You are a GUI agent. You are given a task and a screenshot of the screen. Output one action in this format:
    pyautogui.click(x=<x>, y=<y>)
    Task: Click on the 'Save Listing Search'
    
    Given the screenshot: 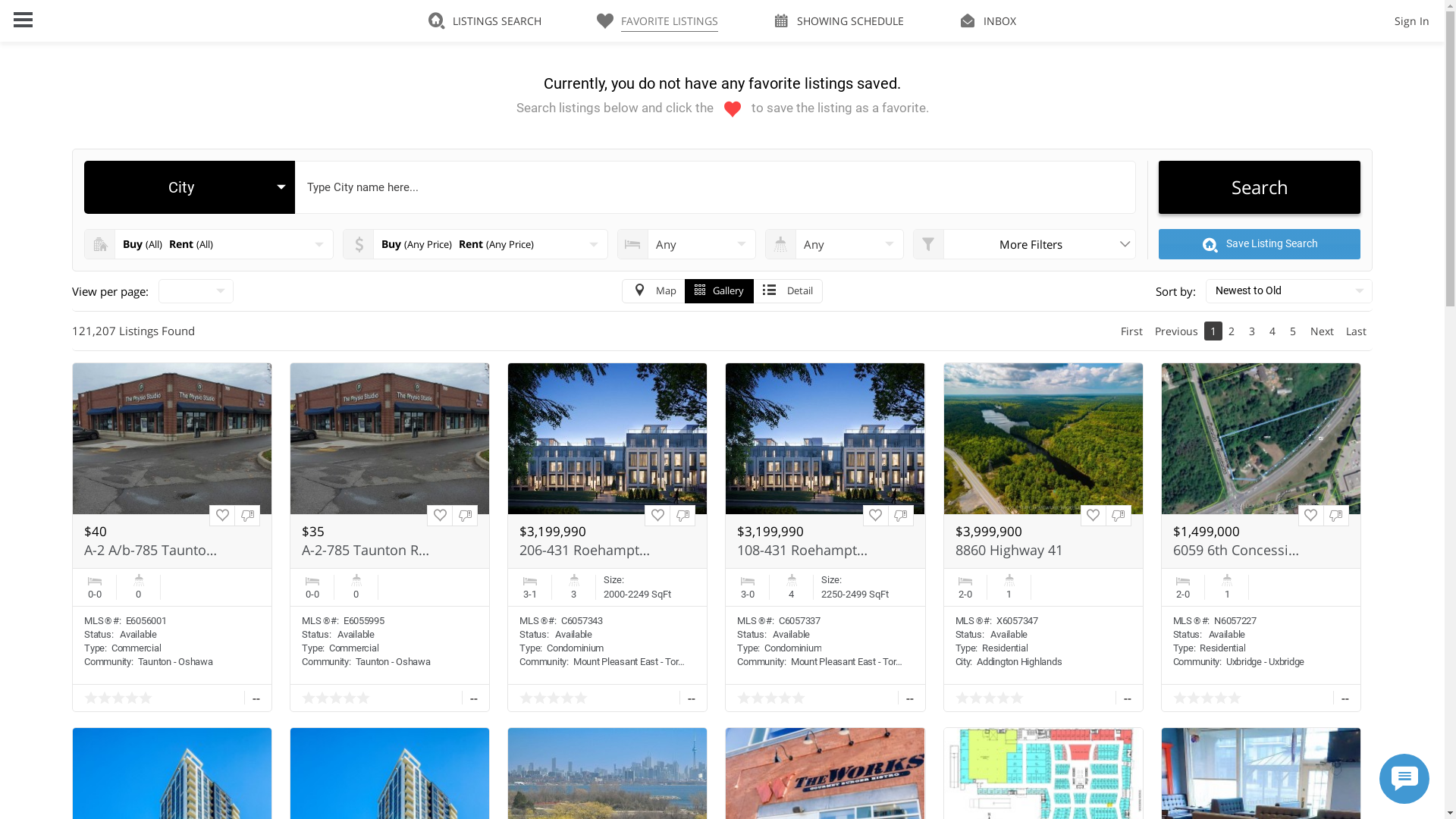 What is the action you would take?
    pyautogui.click(x=1157, y=243)
    